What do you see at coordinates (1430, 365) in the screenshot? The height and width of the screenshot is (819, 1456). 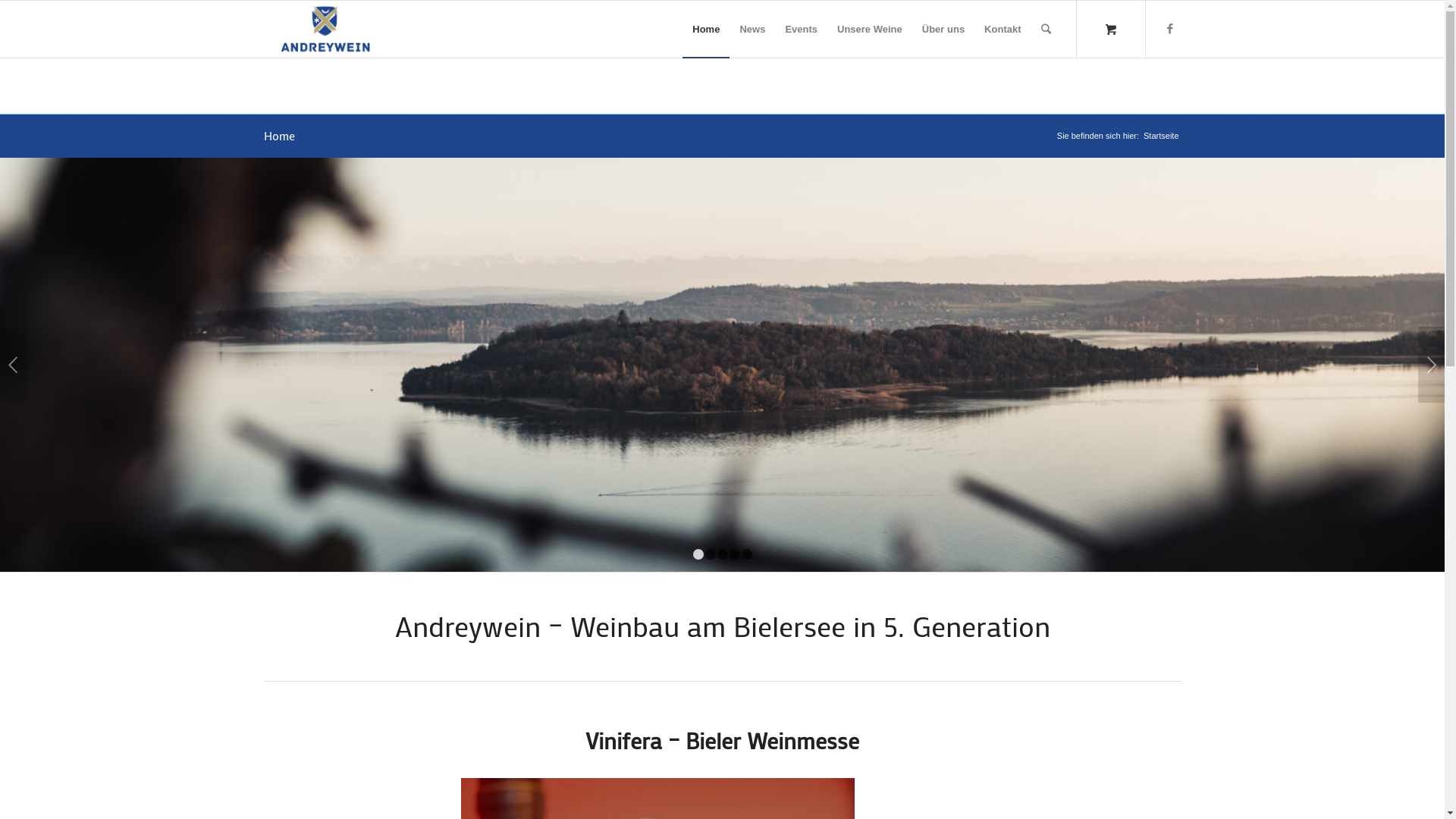 I see `'Weiter'` at bounding box center [1430, 365].